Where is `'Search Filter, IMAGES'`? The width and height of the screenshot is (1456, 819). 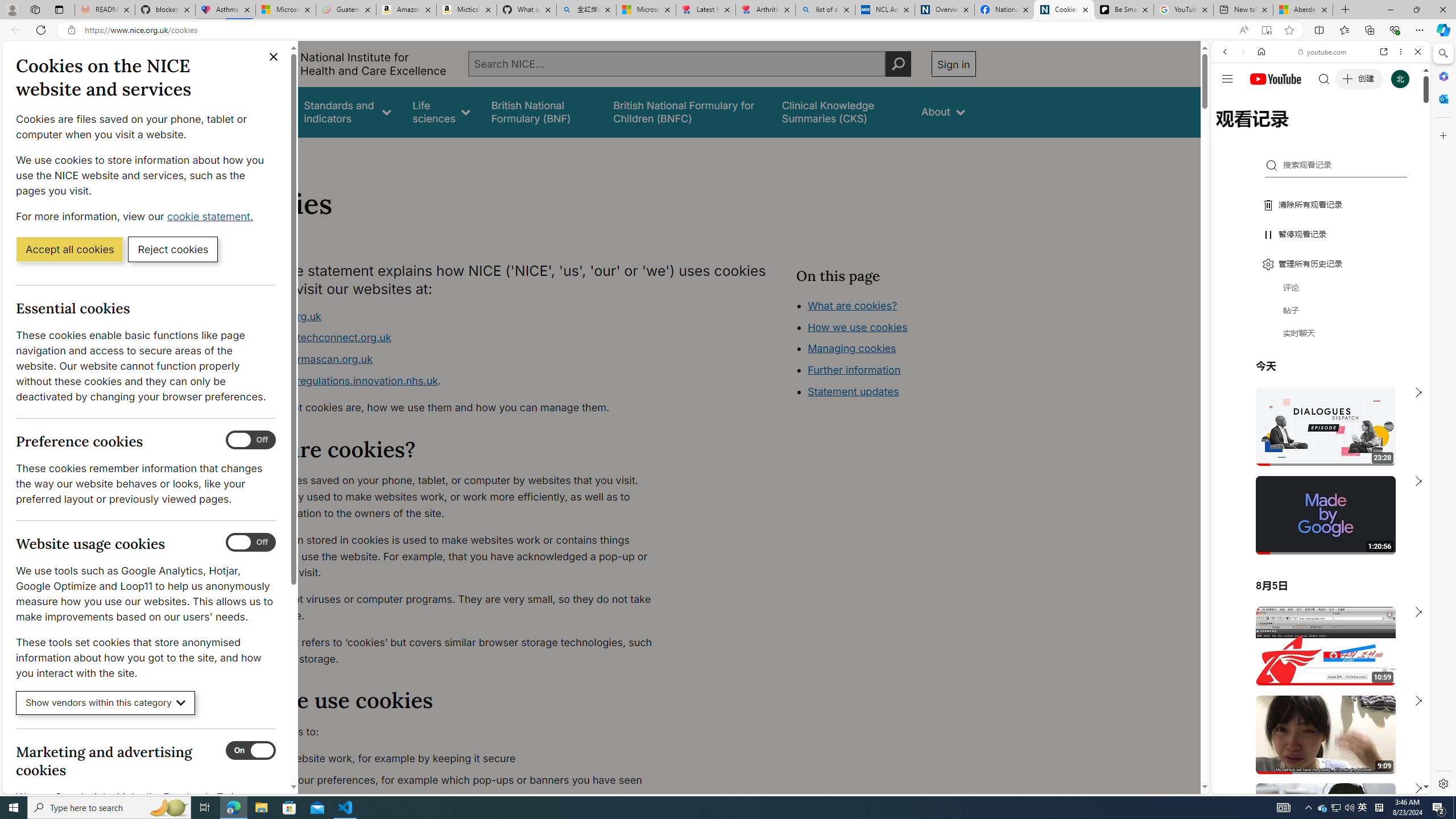
'Search Filter, IMAGES' is located at coordinates (1262, 129).